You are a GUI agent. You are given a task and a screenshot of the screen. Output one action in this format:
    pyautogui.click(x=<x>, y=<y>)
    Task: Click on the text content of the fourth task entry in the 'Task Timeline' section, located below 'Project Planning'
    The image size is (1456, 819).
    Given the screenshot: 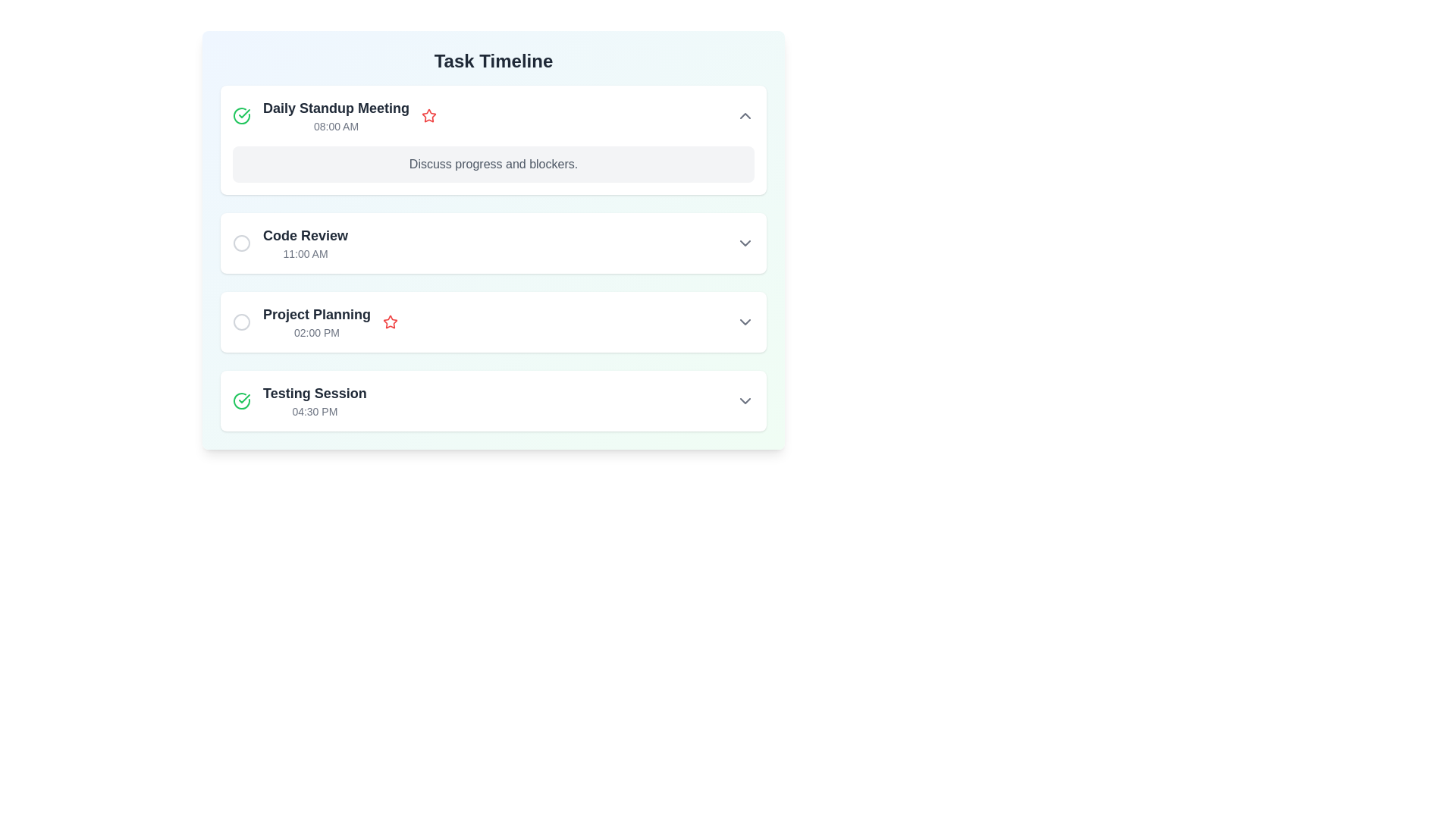 What is the action you would take?
    pyautogui.click(x=314, y=400)
    